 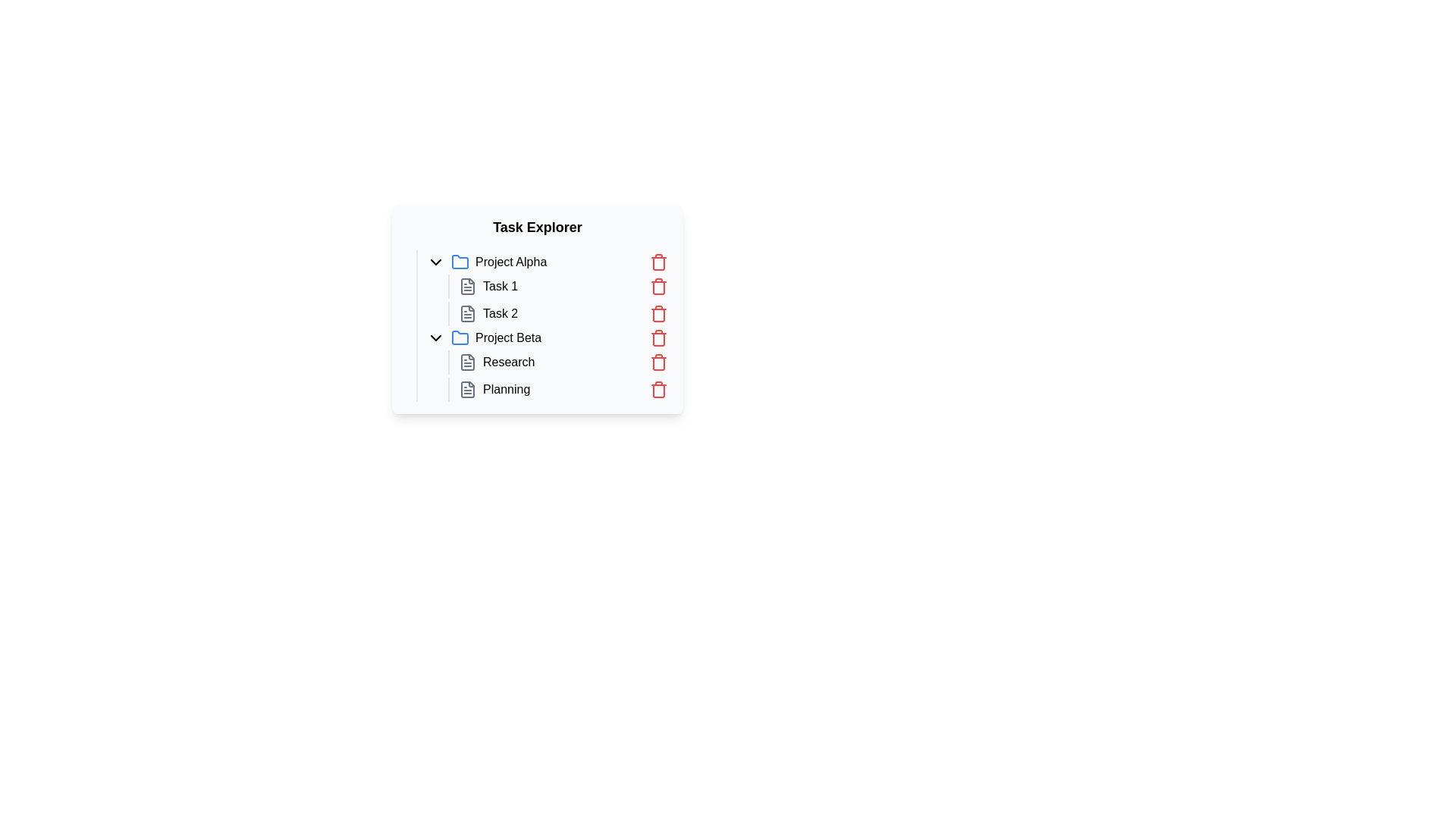 What do you see at coordinates (509, 362) in the screenshot?
I see `the 'Research' text label within the 'Project Beta' task management interface, located below the 'Project Beta' expandable folder` at bounding box center [509, 362].